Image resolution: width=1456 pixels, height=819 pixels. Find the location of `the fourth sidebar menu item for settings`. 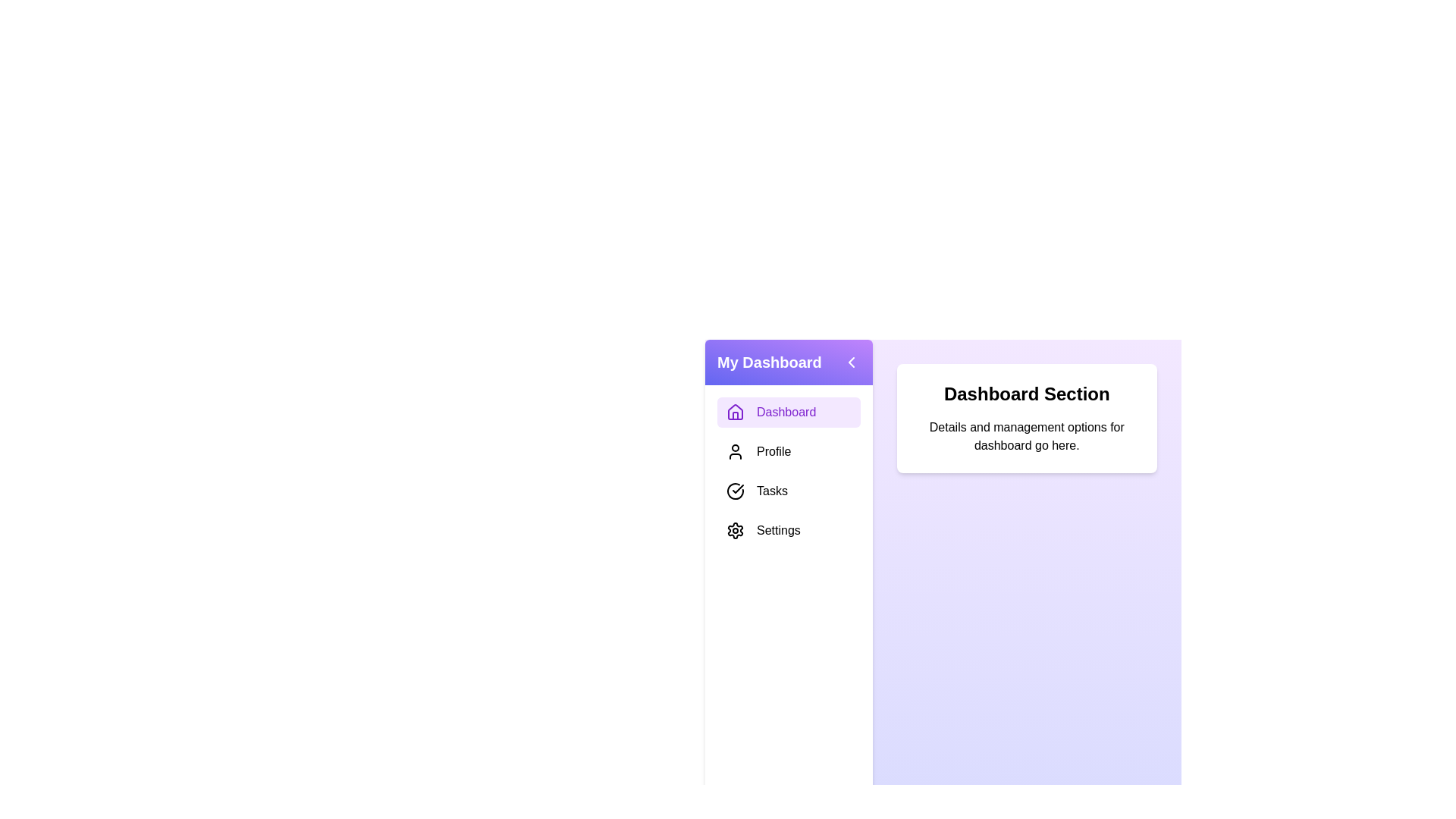

the fourth sidebar menu item for settings is located at coordinates (778, 529).